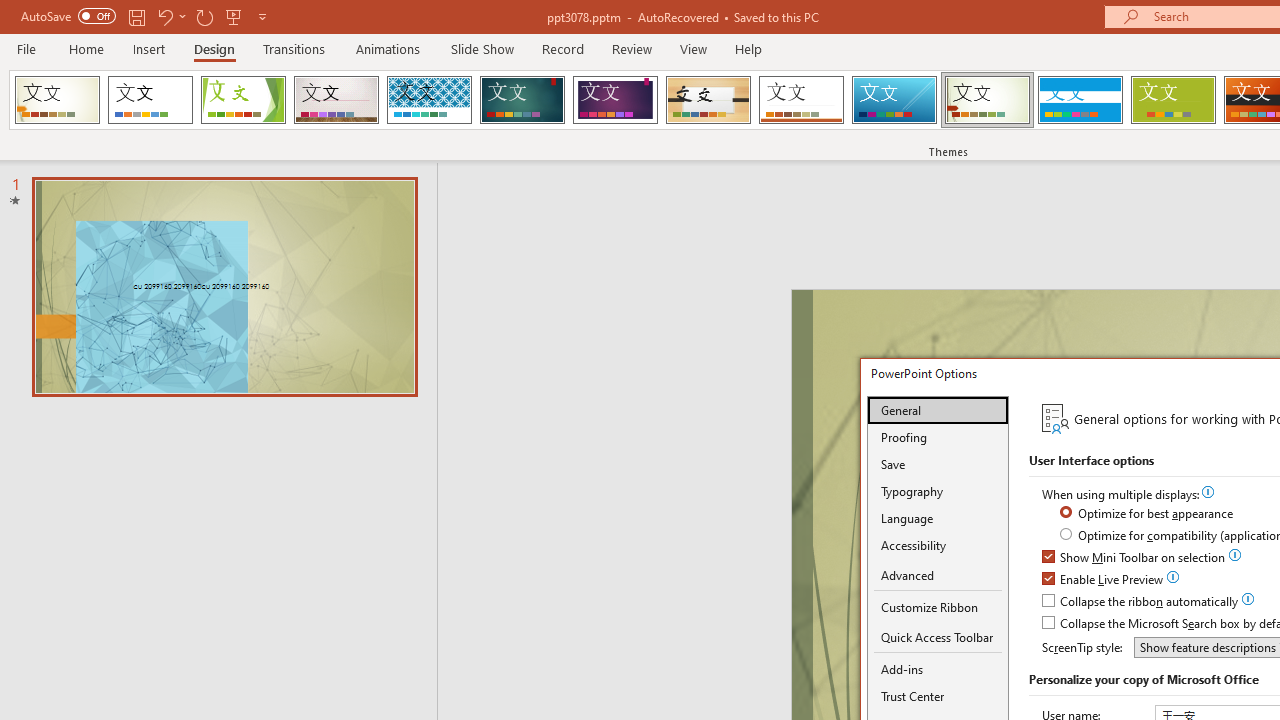  I want to click on 'General', so click(937, 409).